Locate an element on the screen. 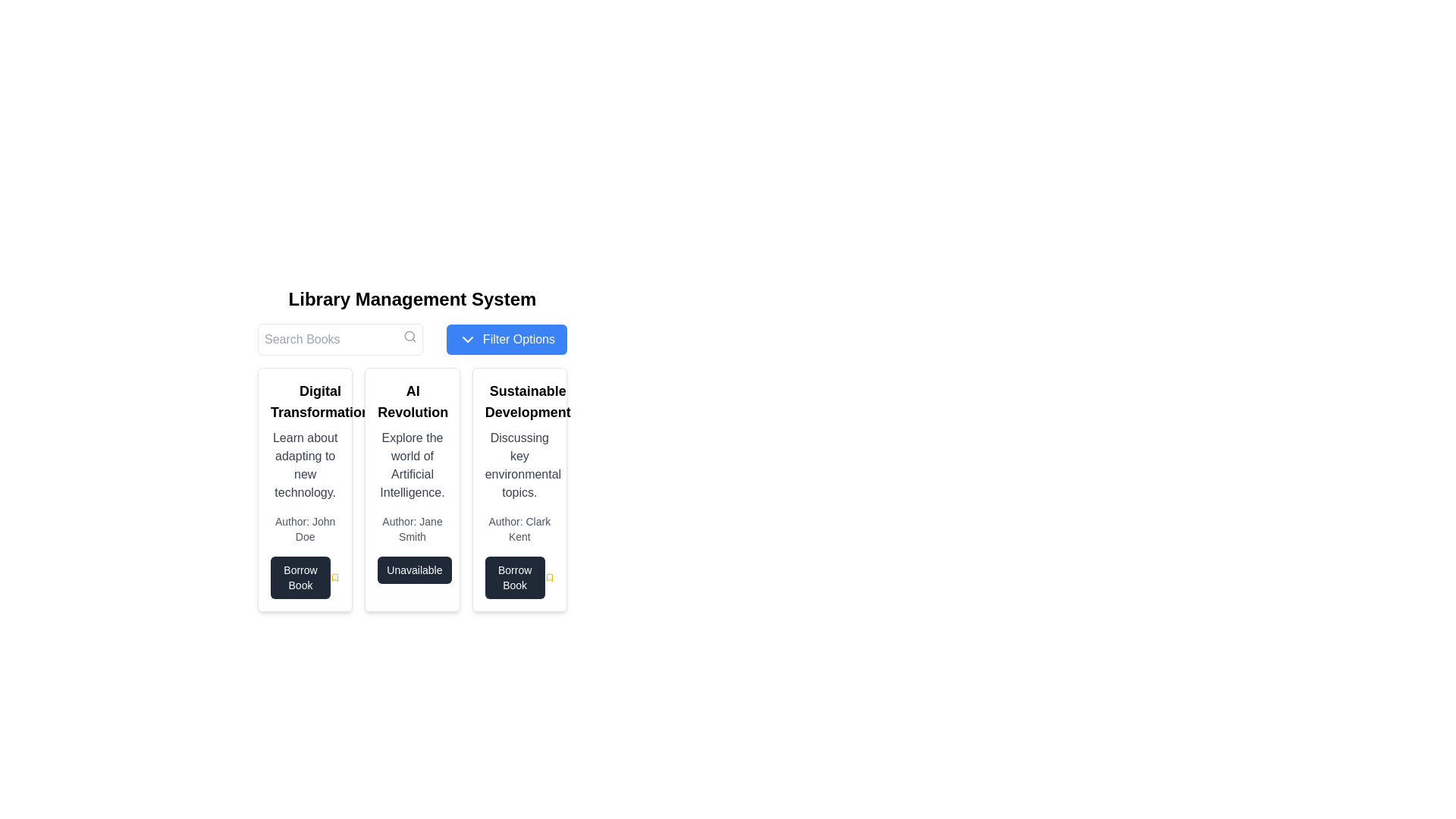  the small bookmark icon with a yellow outline located at the bottom-right corner of the book card titled 'Sustainable Development' to interact is located at coordinates (548, 578).